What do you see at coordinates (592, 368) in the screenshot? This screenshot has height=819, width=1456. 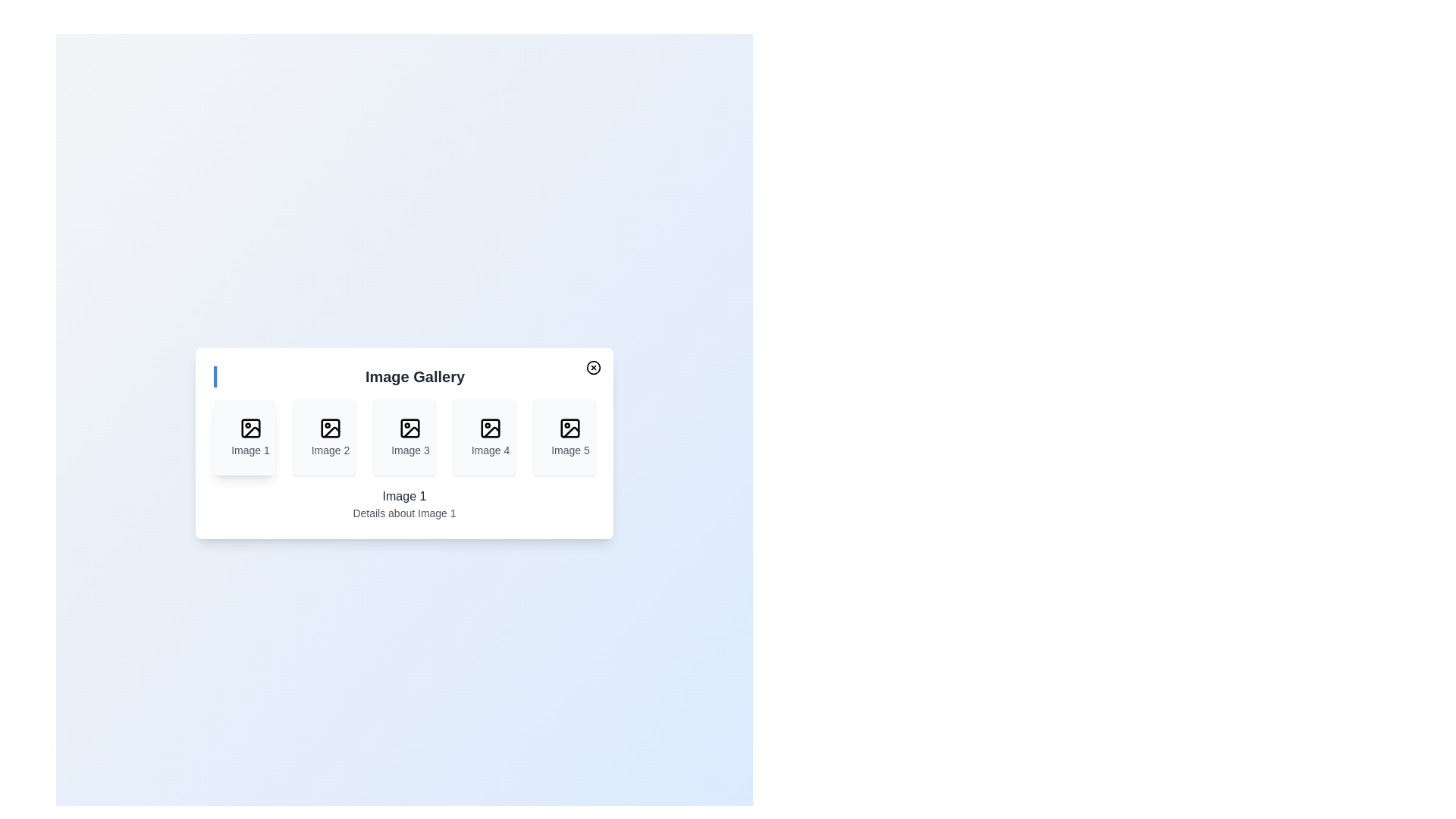 I see `close button located at the top-right corner of the gallery dialog` at bounding box center [592, 368].